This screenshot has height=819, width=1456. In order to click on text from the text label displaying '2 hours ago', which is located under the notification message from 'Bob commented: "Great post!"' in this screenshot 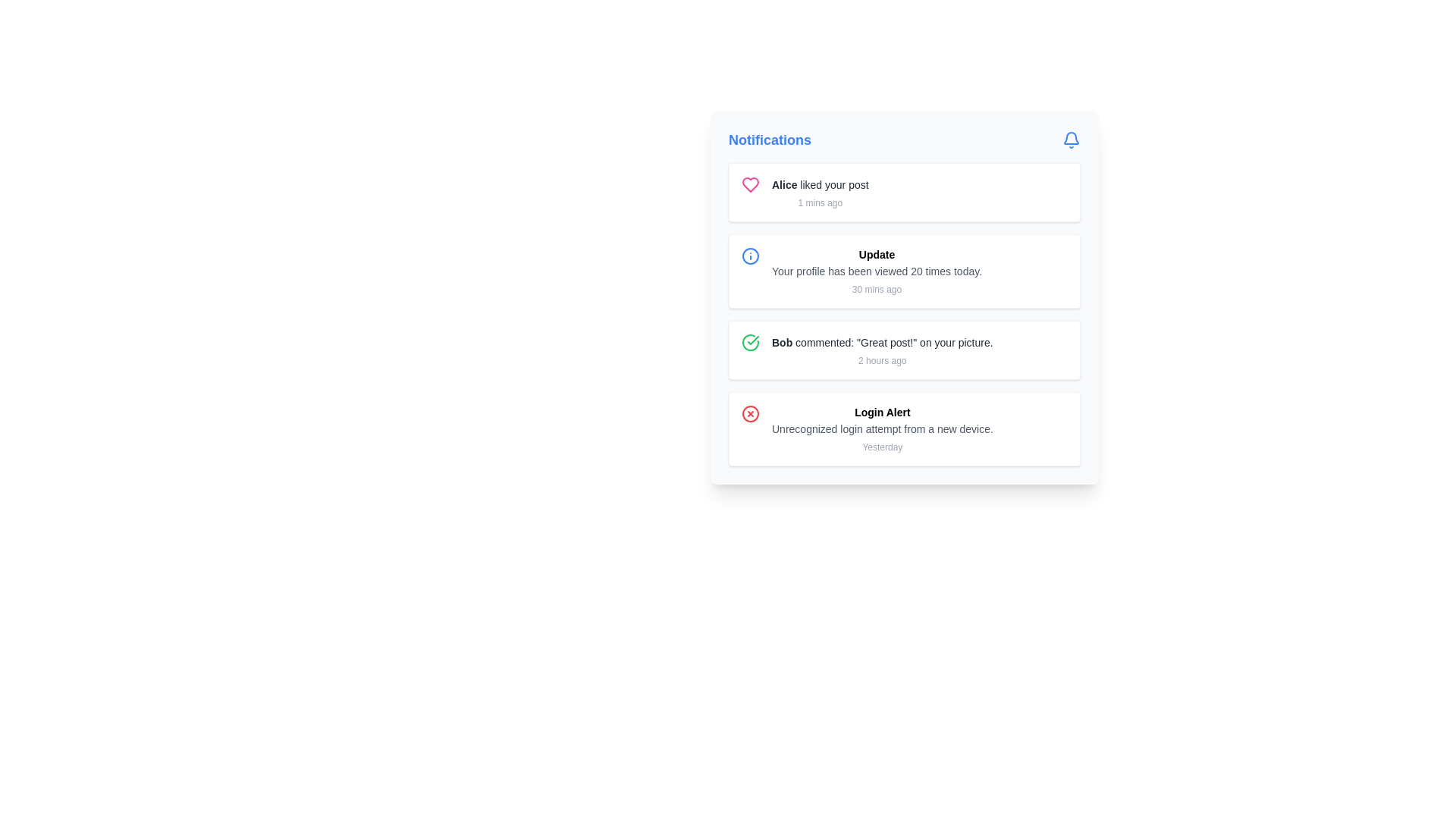, I will do `click(882, 360)`.